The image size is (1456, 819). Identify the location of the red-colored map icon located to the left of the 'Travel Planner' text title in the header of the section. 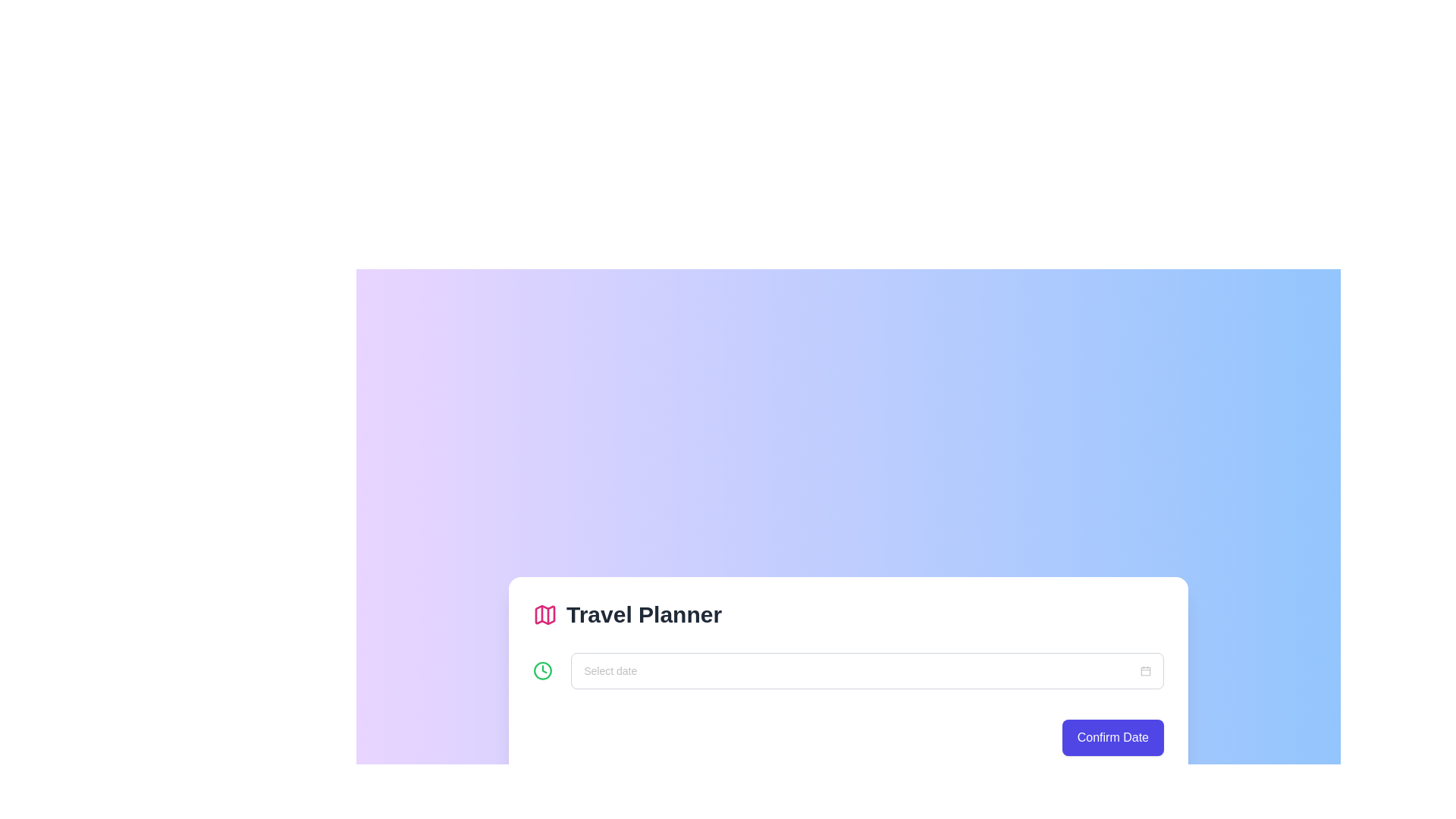
(545, 614).